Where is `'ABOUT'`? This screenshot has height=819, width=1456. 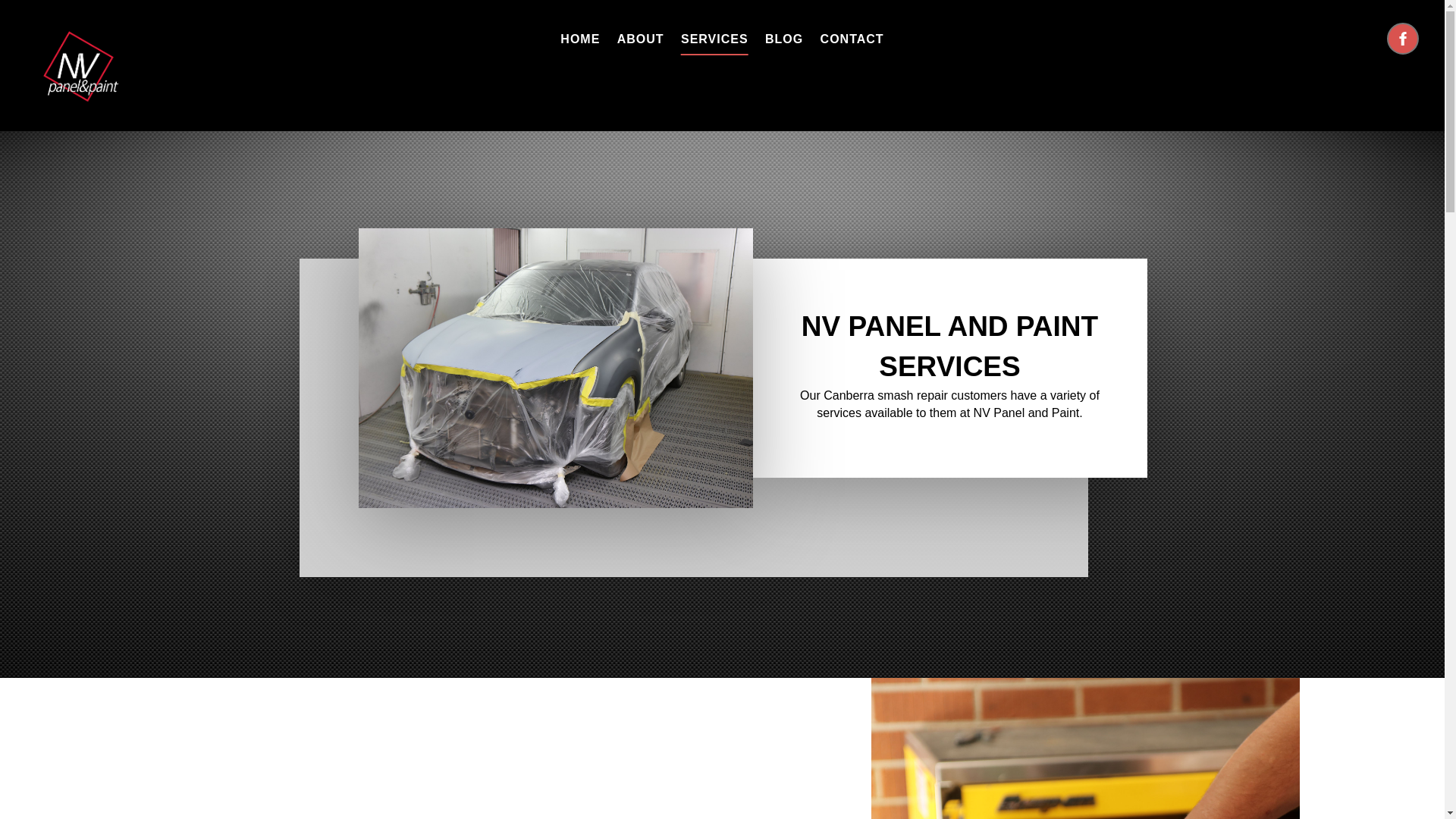
'ABOUT' is located at coordinates (640, 38).